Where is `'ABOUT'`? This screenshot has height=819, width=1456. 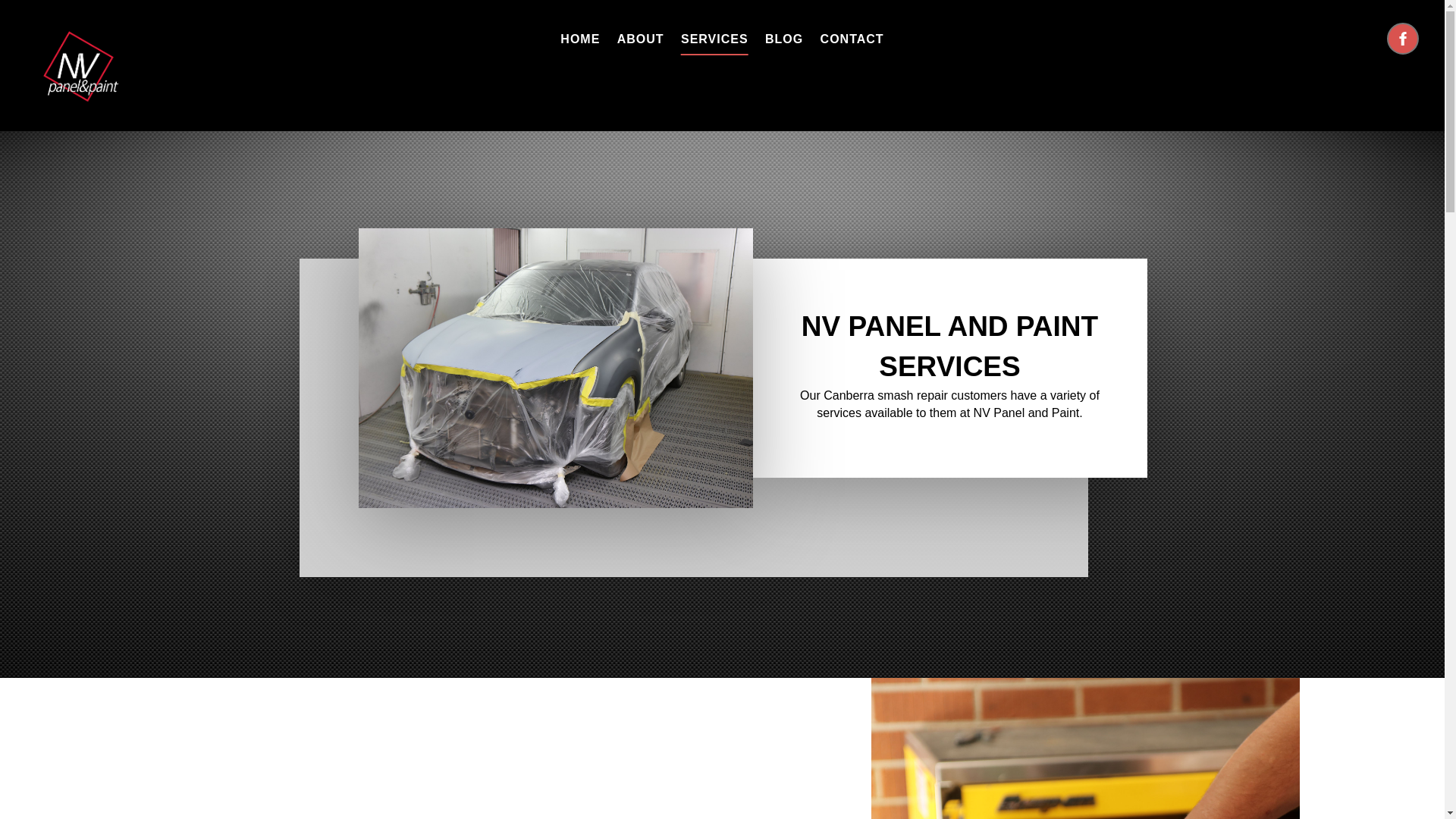
'ABOUT' is located at coordinates (640, 38).